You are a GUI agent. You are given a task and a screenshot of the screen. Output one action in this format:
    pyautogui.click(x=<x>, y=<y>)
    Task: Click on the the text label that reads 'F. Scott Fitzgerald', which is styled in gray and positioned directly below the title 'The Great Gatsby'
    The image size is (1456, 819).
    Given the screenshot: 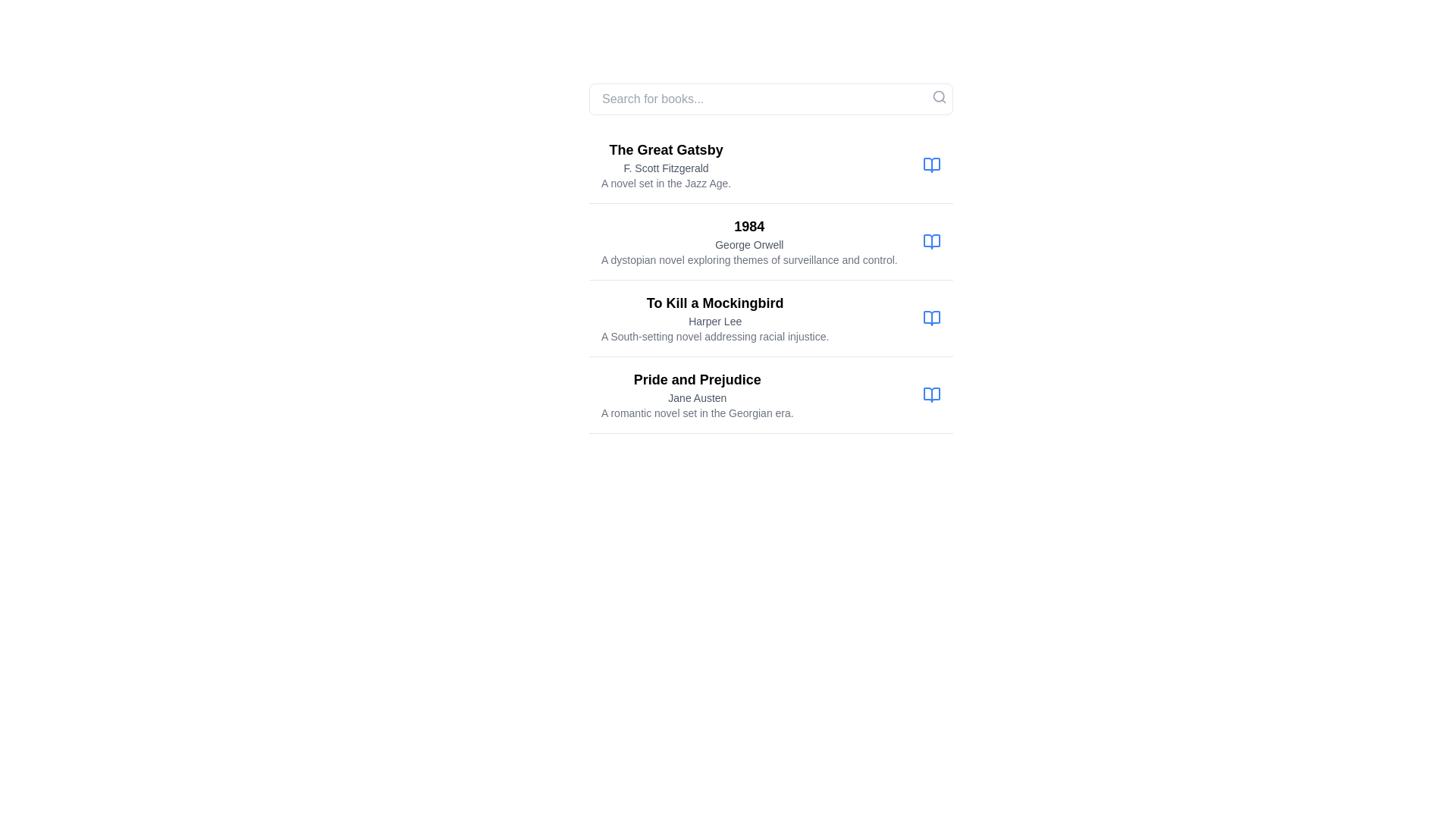 What is the action you would take?
    pyautogui.click(x=666, y=168)
    